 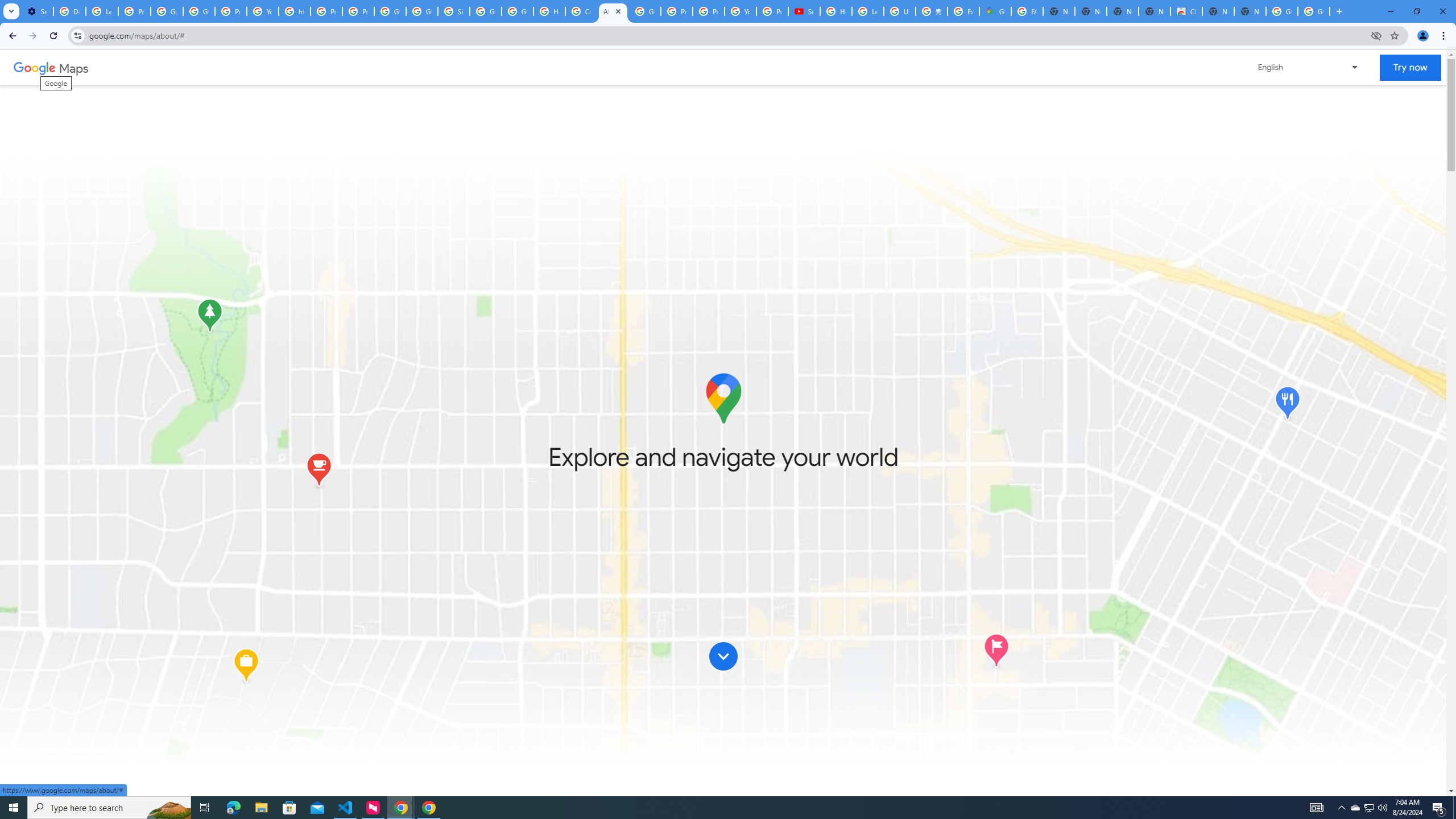 I want to click on 'Try now', so click(x=1409, y=67).